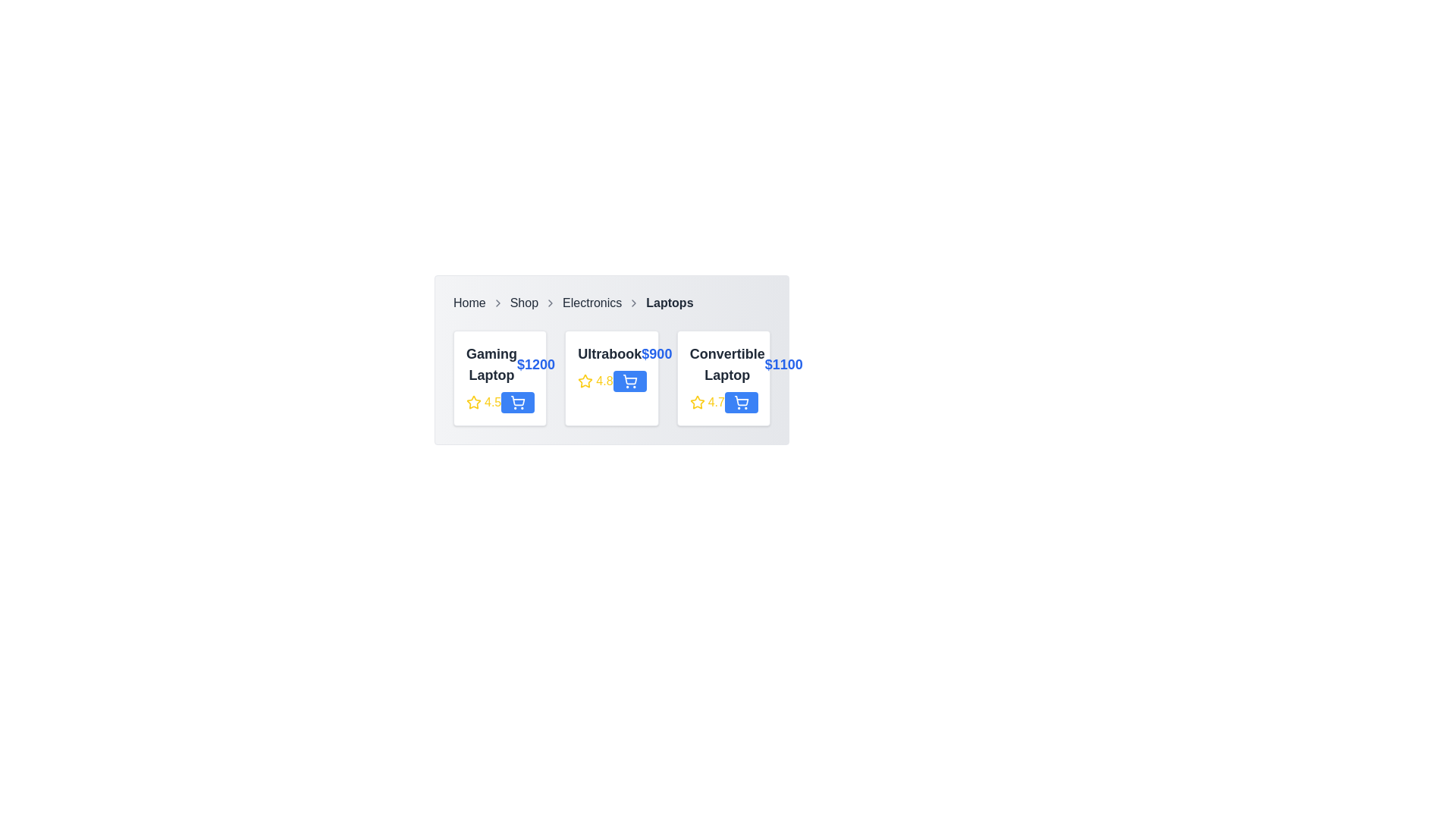 Image resolution: width=1456 pixels, height=819 pixels. I want to click on the Text label displaying 'Convertible Laptop', which is a bolded heading located in the center of the third card above the price information, so click(726, 365).